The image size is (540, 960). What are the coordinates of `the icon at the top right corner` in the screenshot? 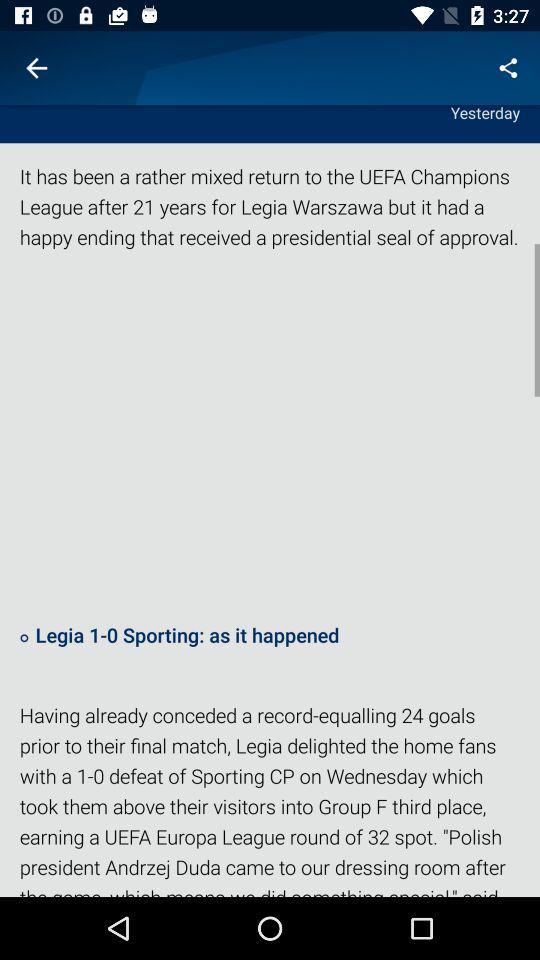 It's located at (508, 68).